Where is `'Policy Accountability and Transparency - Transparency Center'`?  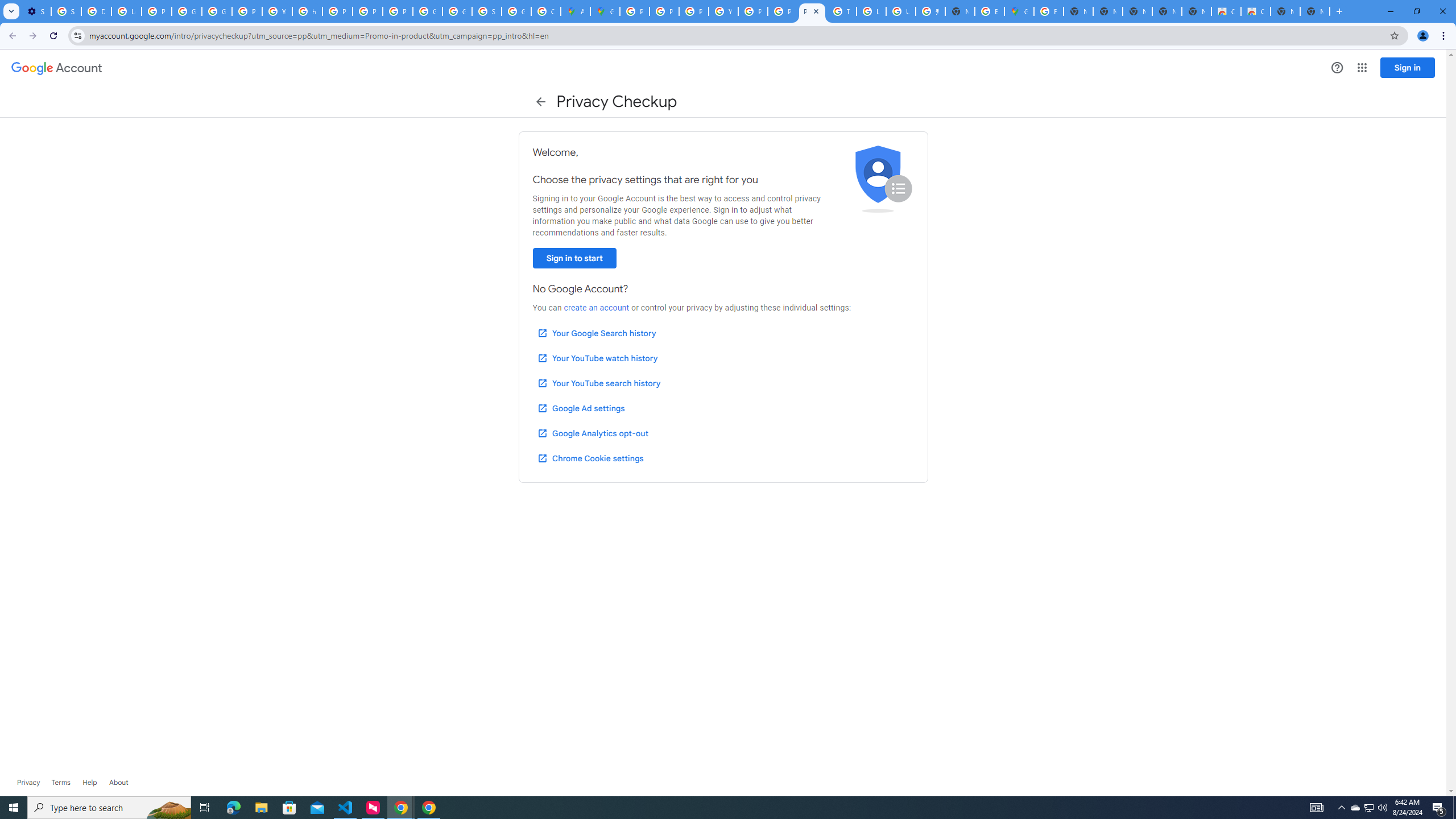 'Policy Accountability and Transparency - Transparency Center' is located at coordinates (635, 11).